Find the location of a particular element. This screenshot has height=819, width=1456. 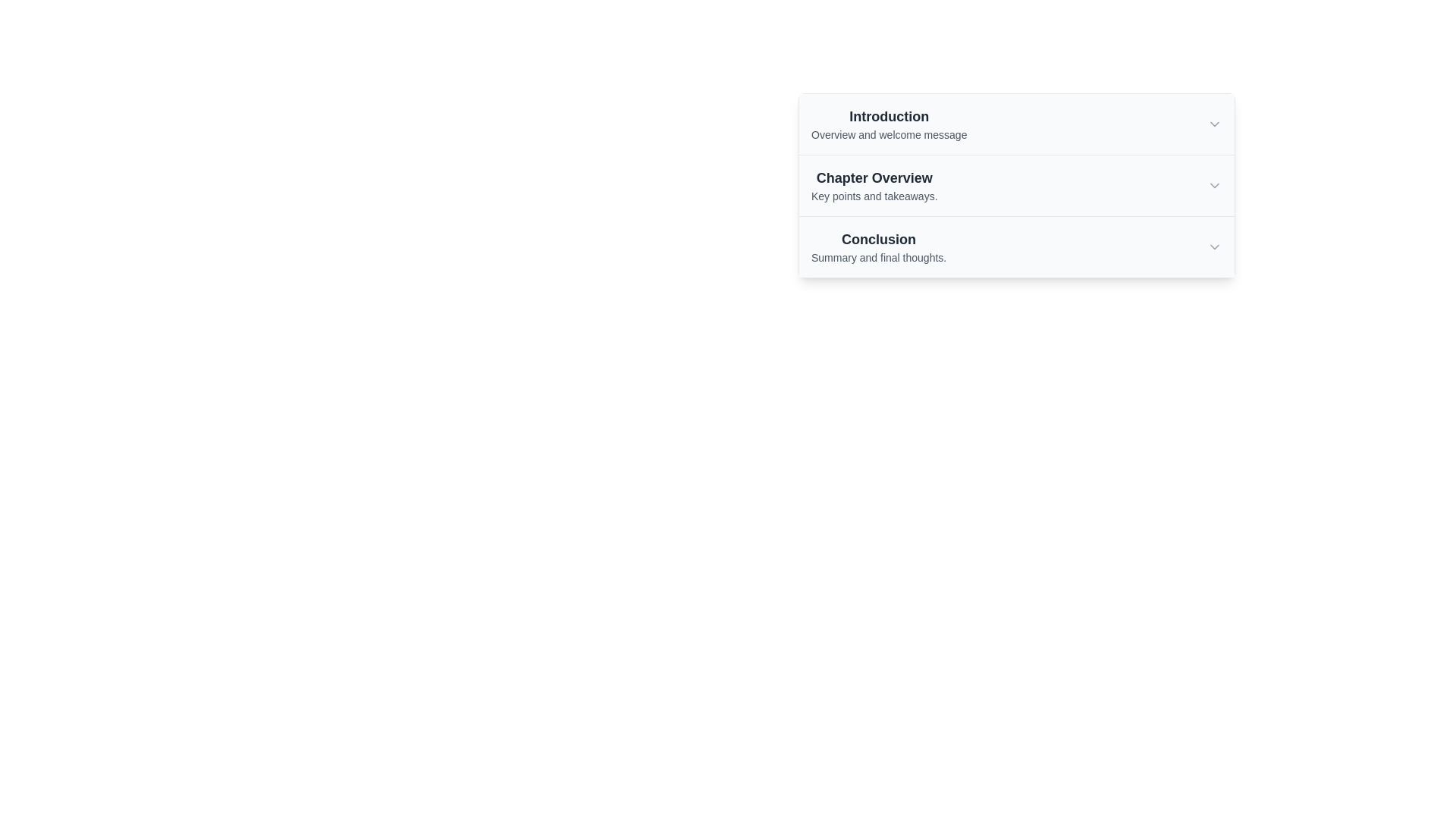

the third downward-facing chevron icon located in the 'Conclusion' section to receive a visual indication of interactivity is located at coordinates (1215, 246).